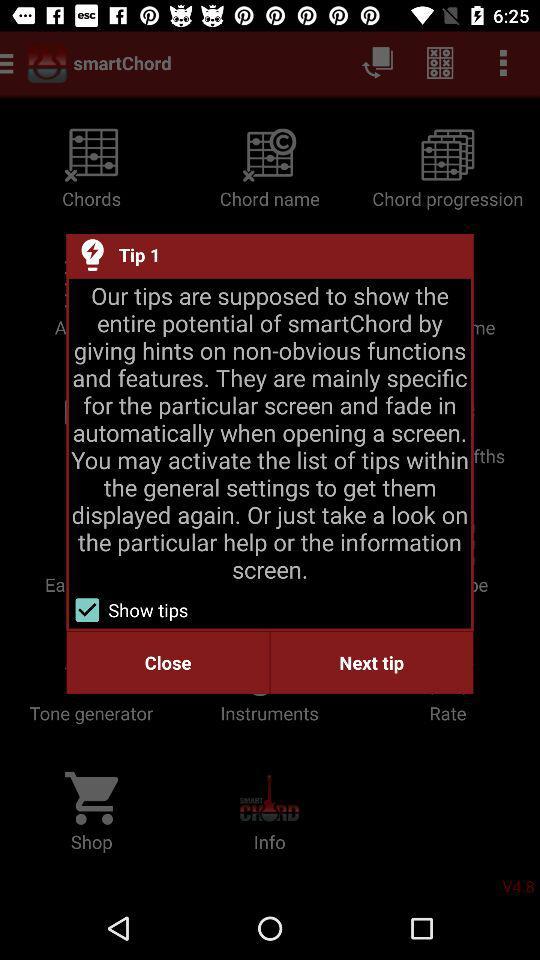 The width and height of the screenshot is (540, 960). I want to click on the icon to the left of the next tip, so click(167, 662).